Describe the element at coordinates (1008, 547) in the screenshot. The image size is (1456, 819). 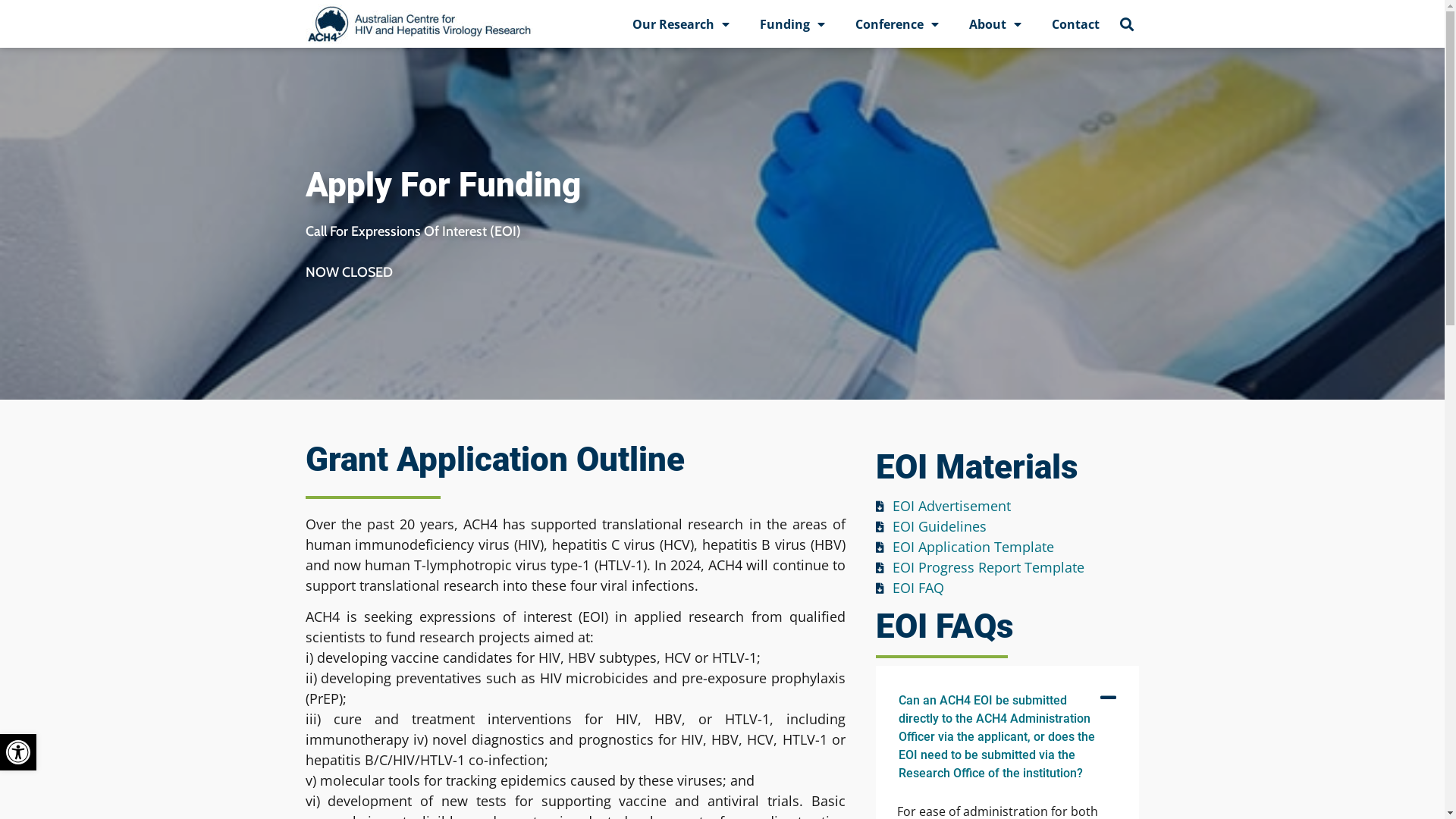
I see `'EOI Application Template'` at that location.